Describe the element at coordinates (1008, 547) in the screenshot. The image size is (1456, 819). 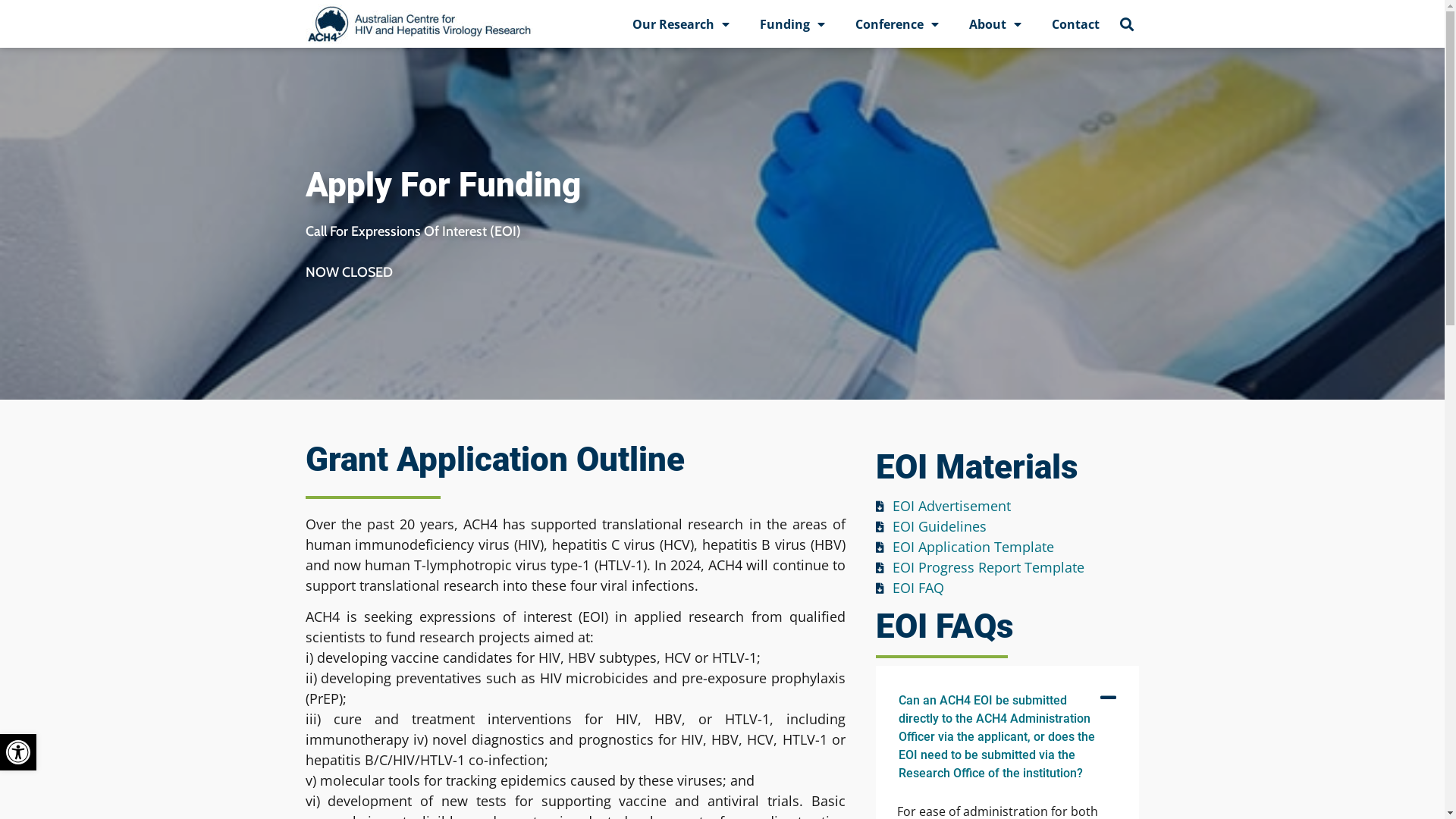
I see `'EOI Application Template'` at that location.